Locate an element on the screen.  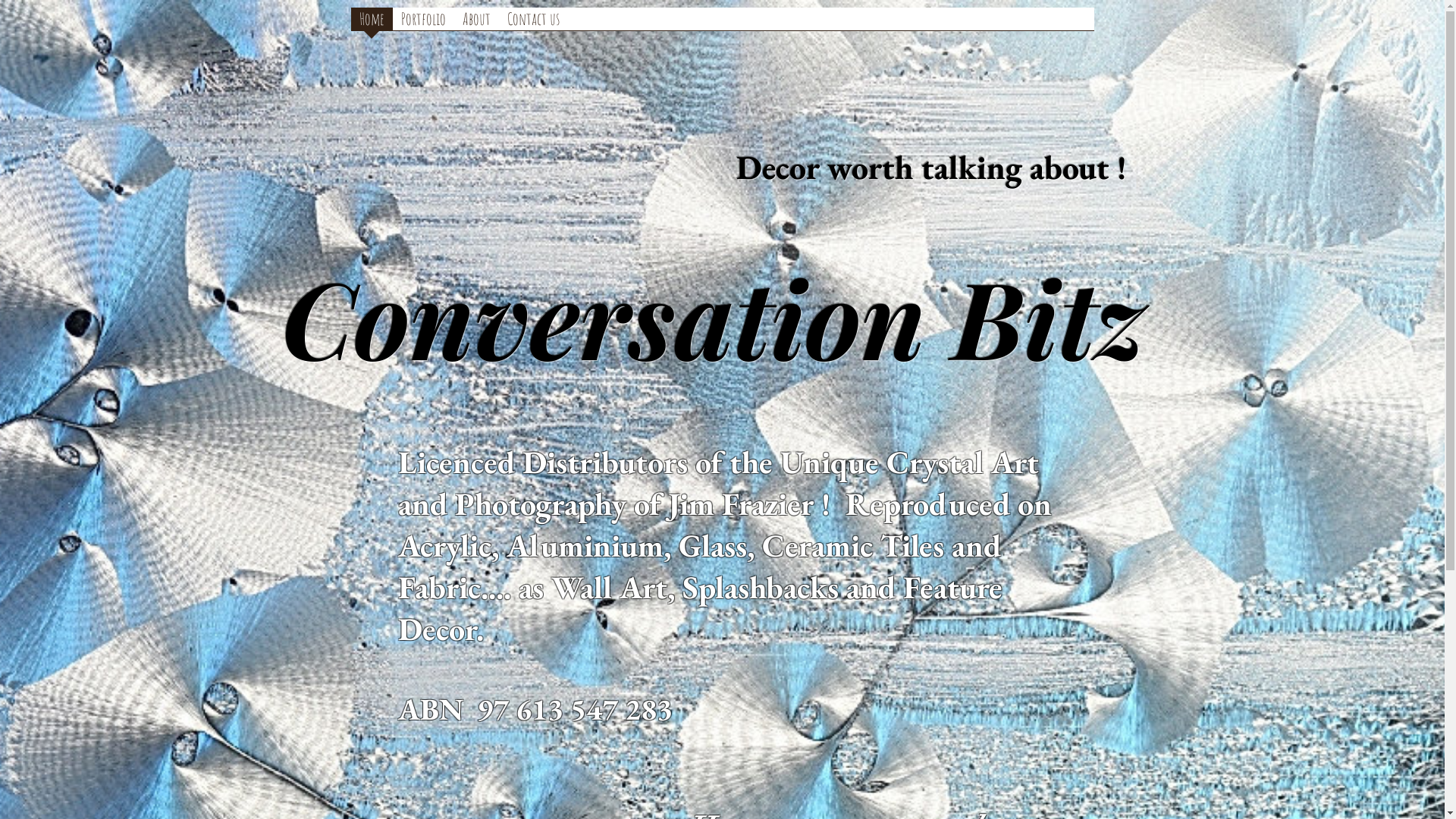
'Contact us' is located at coordinates (533, 24).